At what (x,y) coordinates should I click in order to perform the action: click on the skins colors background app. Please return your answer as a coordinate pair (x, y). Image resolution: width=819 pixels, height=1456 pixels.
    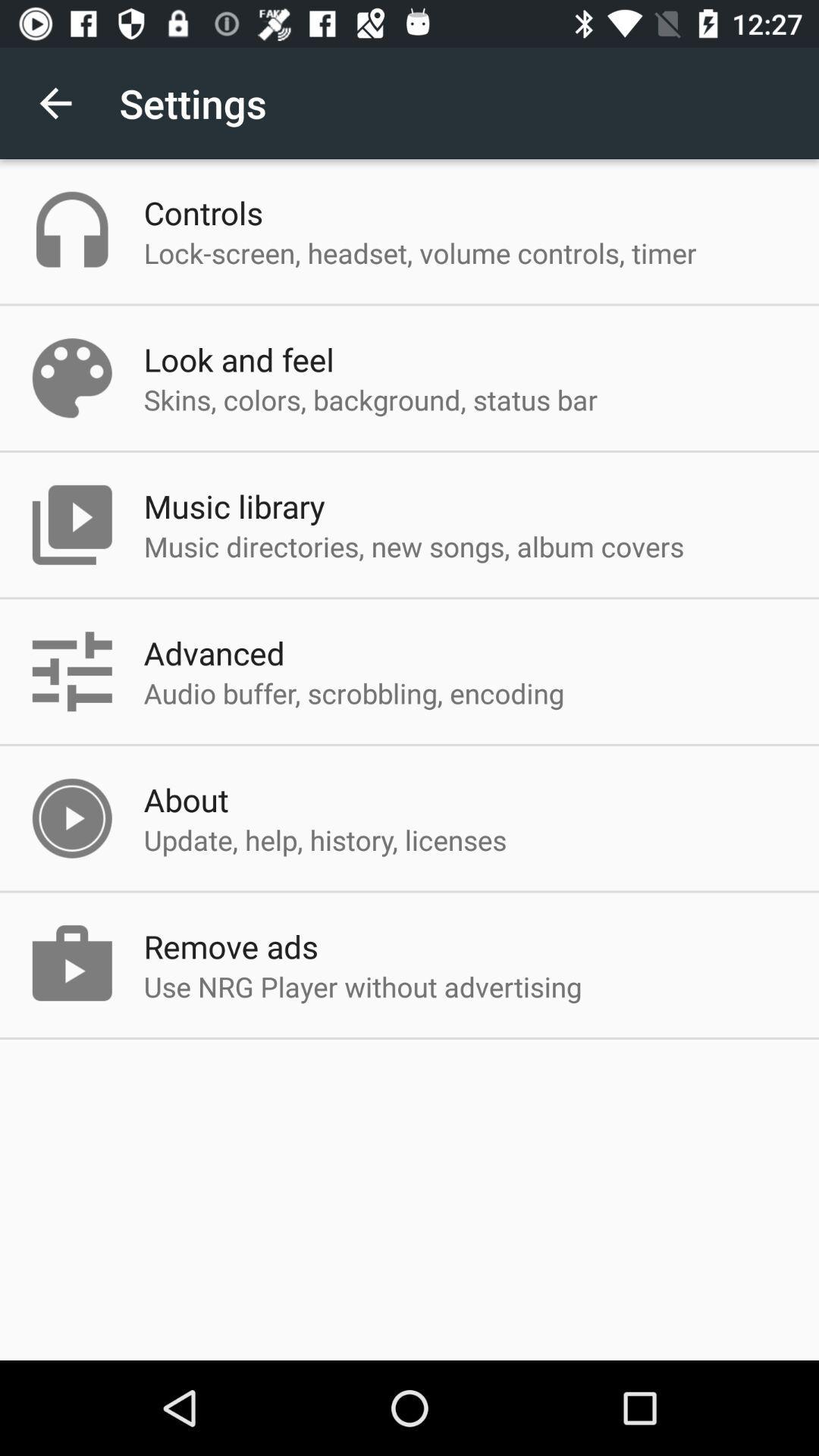
    Looking at the image, I should click on (371, 400).